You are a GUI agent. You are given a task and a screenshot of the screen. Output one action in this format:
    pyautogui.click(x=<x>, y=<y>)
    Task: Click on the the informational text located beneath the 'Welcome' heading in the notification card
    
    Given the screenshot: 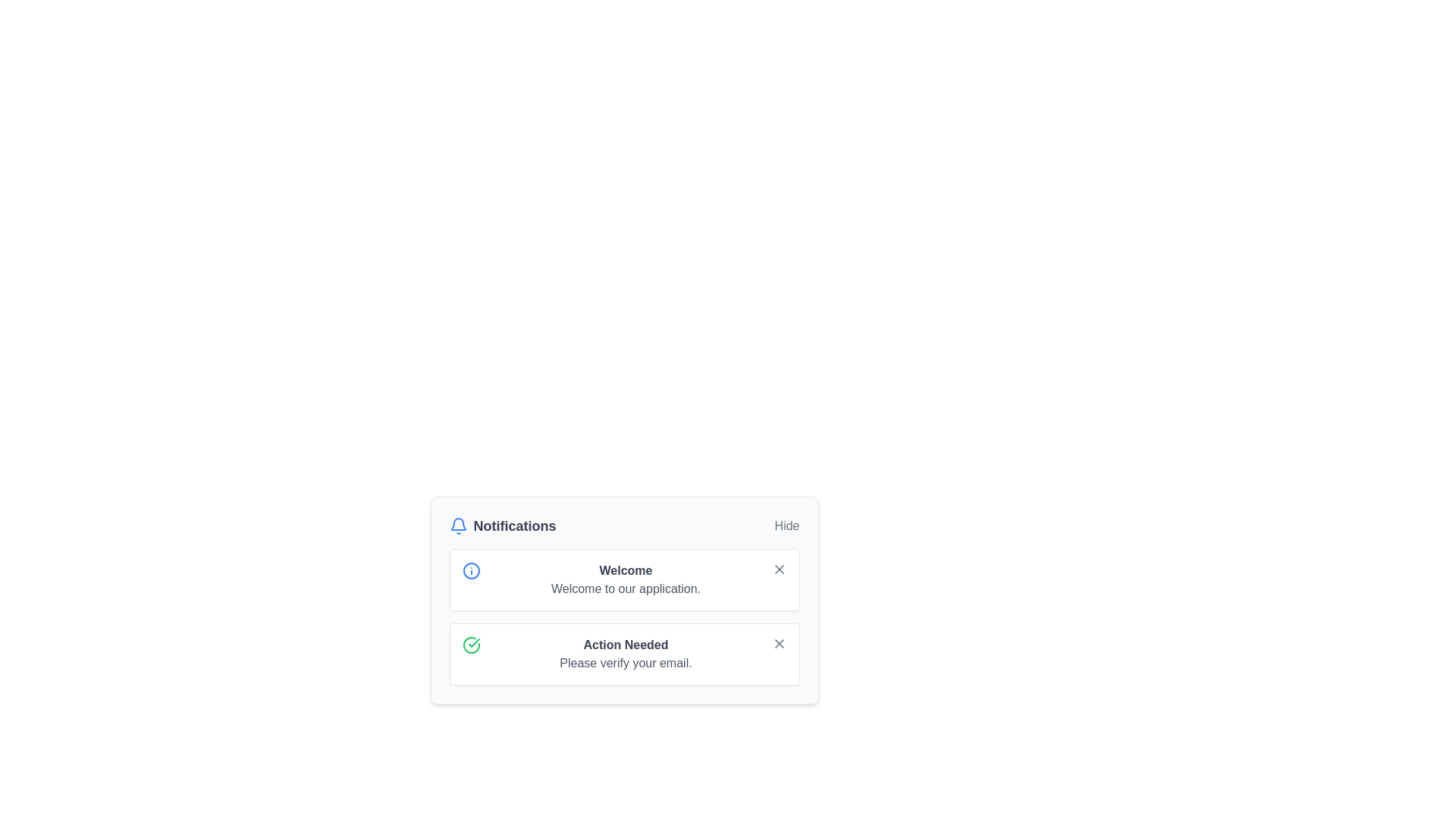 What is the action you would take?
    pyautogui.click(x=626, y=588)
    